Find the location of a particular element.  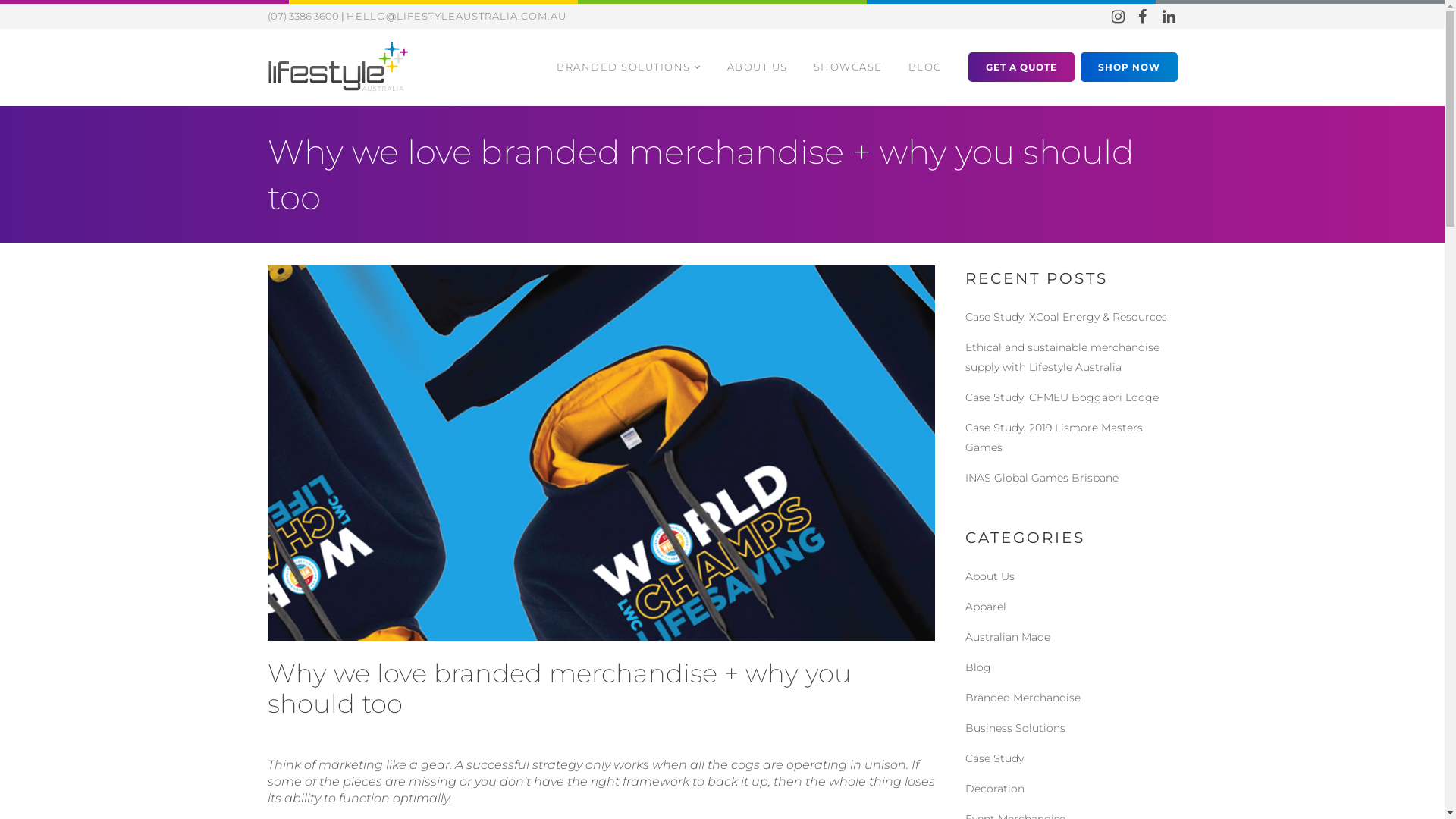

'Decoration' is located at coordinates (993, 788).